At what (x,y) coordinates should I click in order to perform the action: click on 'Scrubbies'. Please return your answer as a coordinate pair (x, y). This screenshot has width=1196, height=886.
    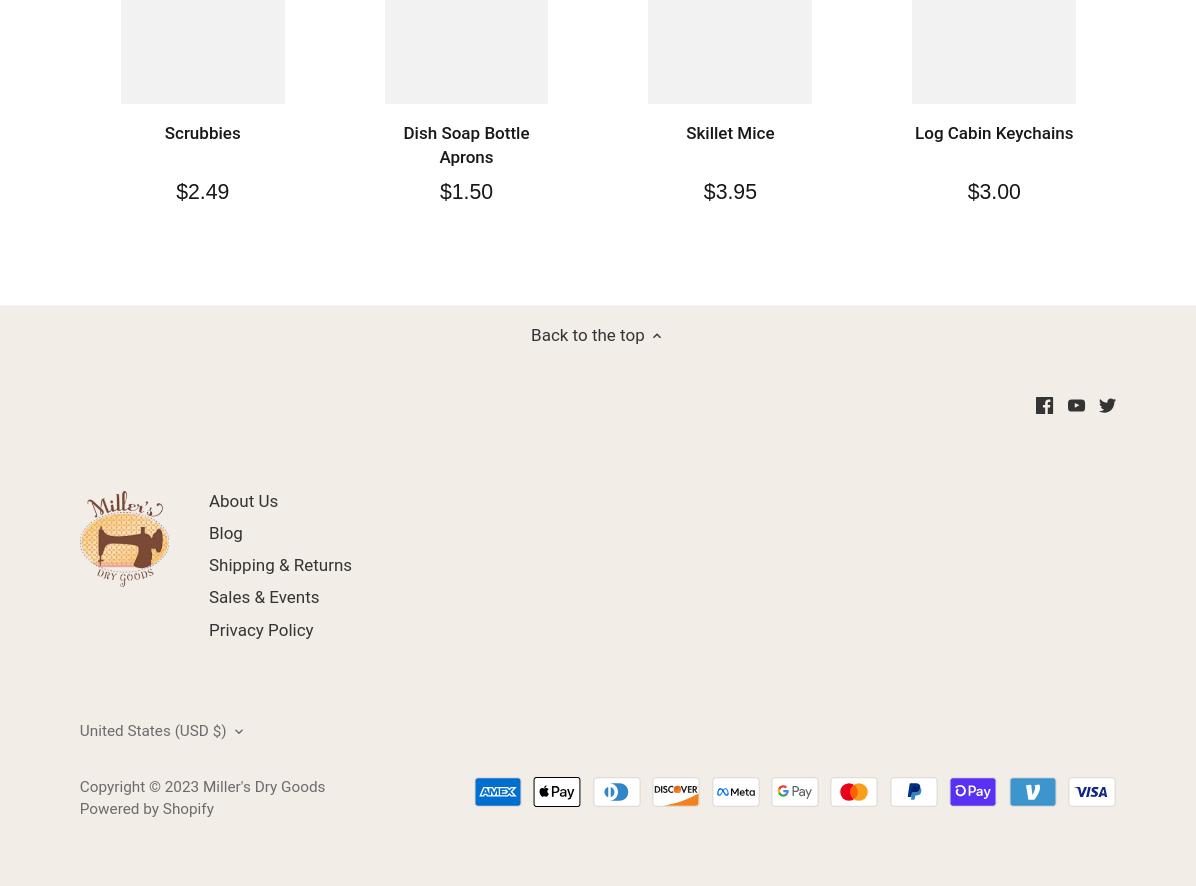
    Looking at the image, I should click on (202, 132).